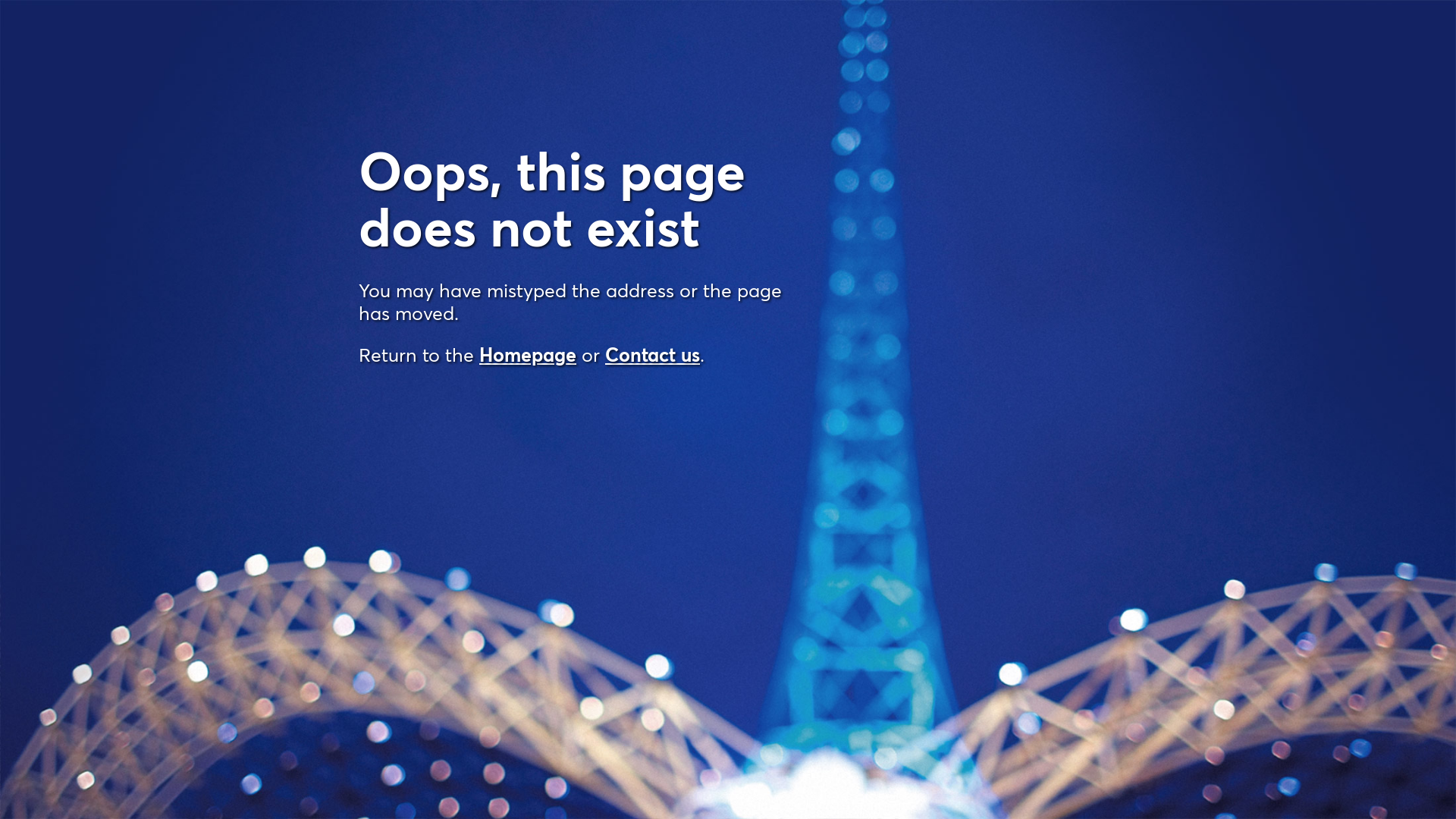  I want to click on 'Contact us', so click(652, 354).